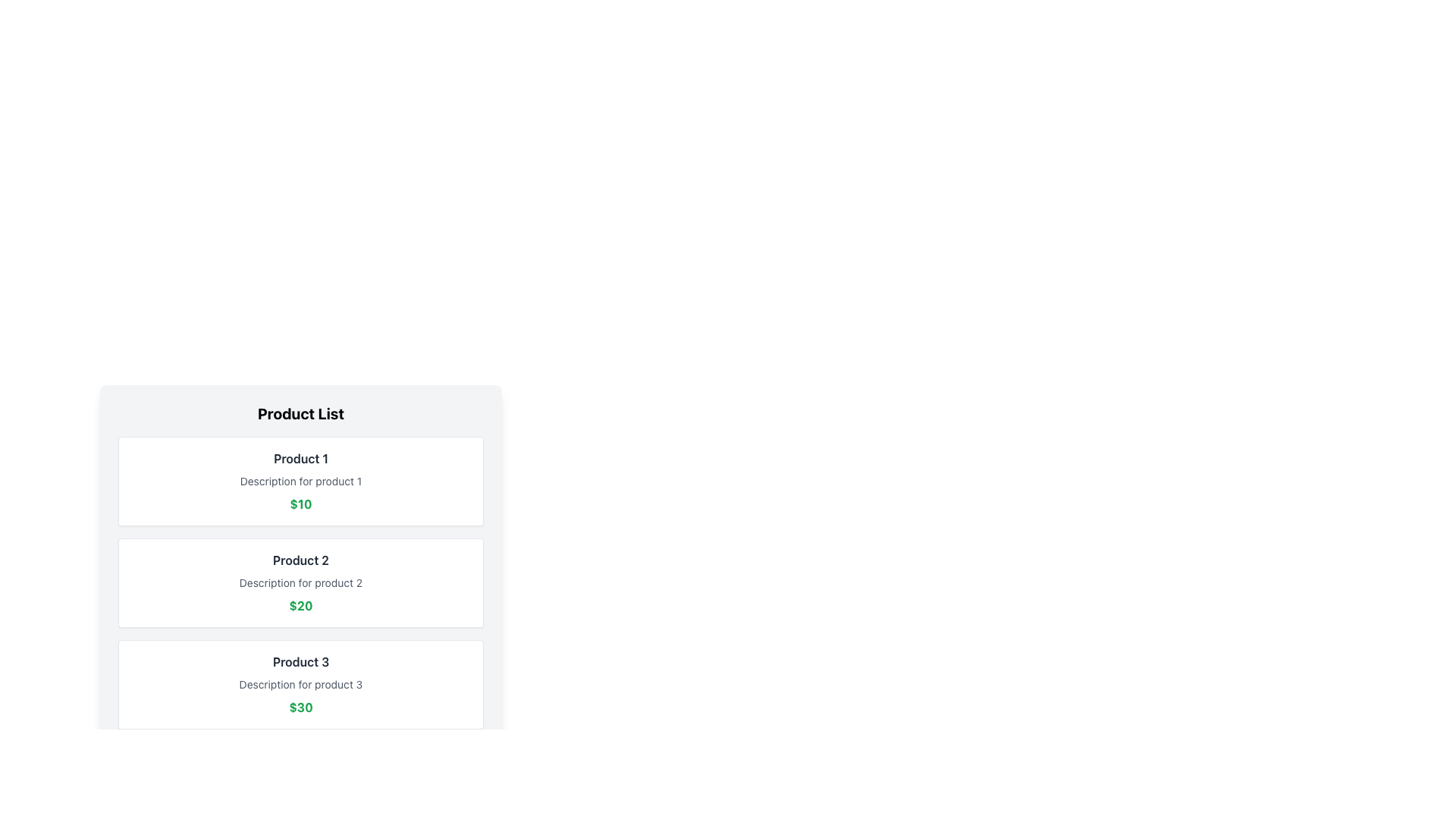 The width and height of the screenshot is (1456, 819). What do you see at coordinates (301, 414) in the screenshot?
I see `the header text label that indicates the content or purpose of the product list, positioned directly above the product details` at bounding box center [301, 414].